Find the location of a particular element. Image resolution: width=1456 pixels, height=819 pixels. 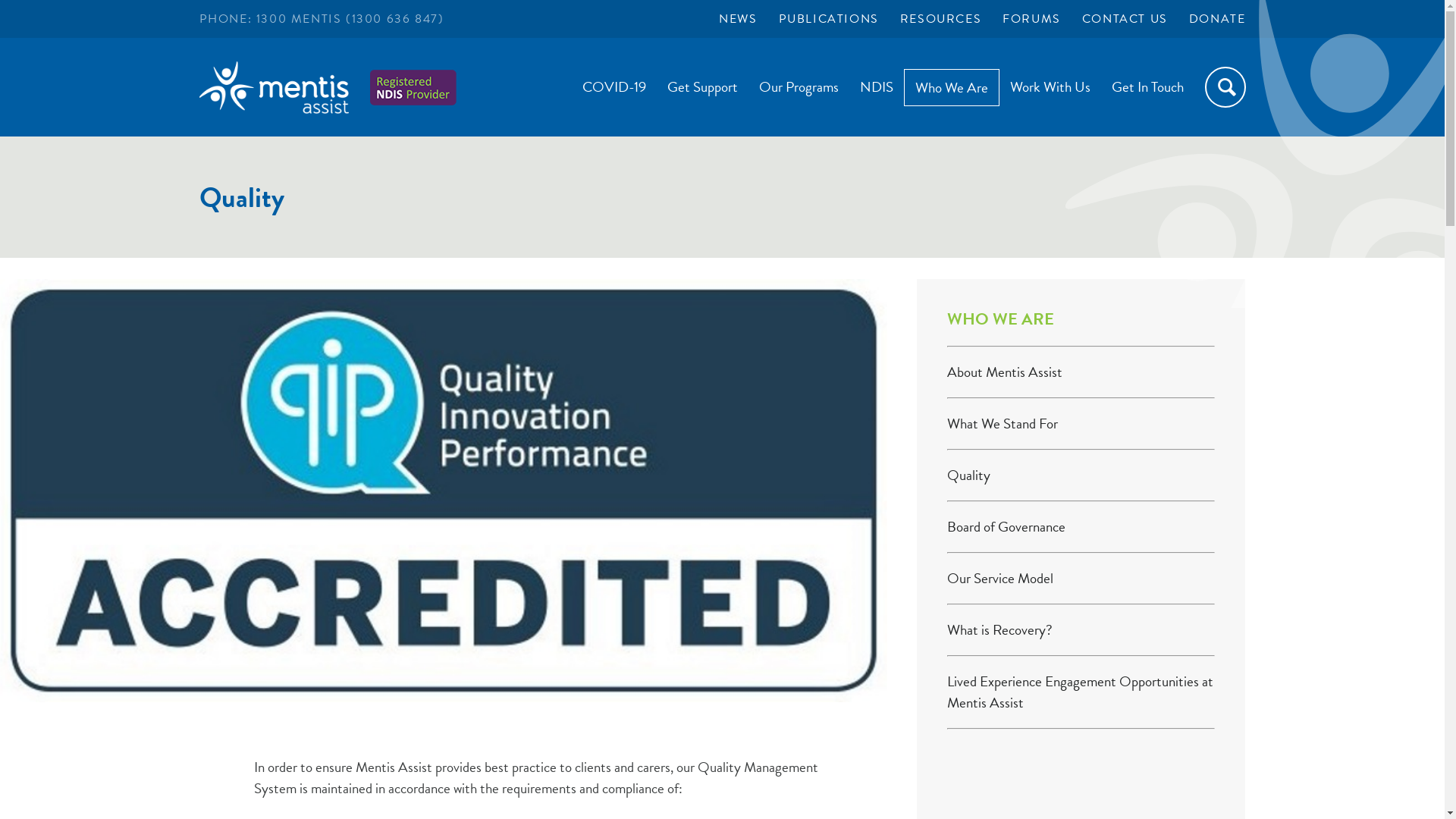

'NDIS' is located at coordinates (877, 86).